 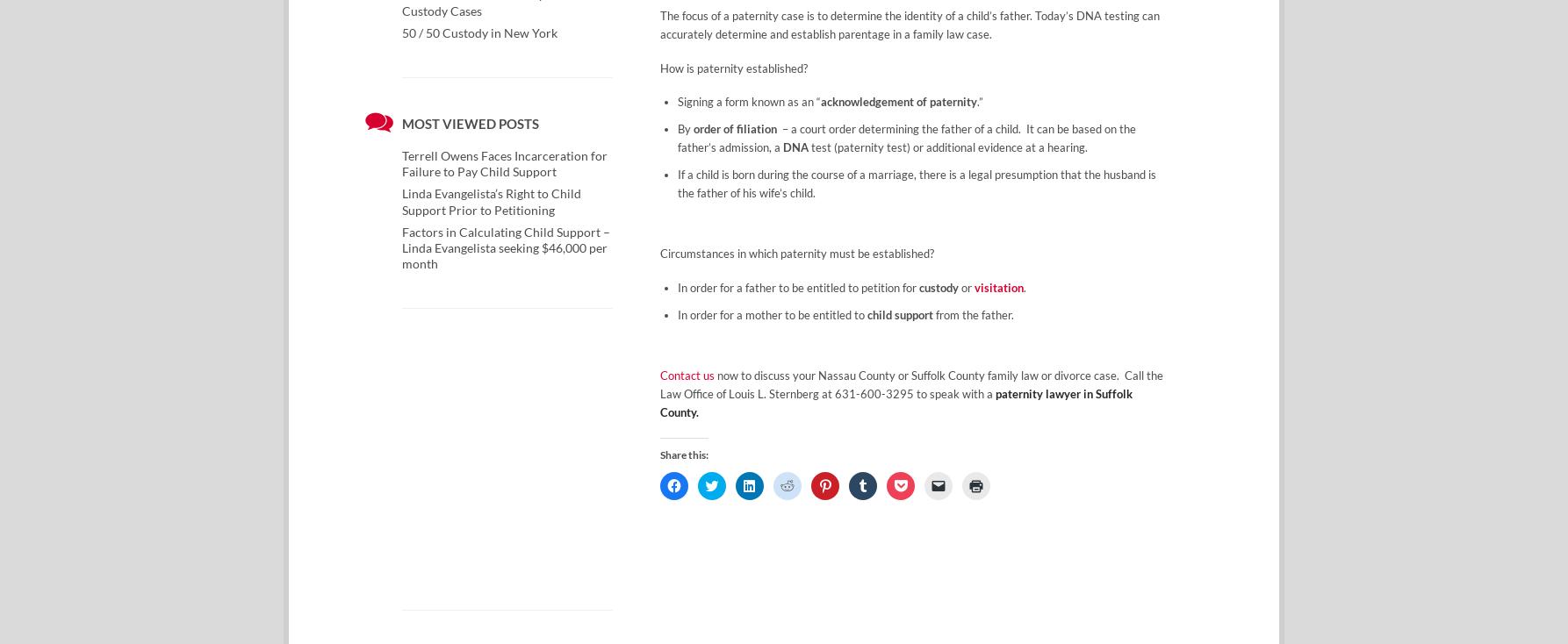 I want to click on 'Contact us', so click(x=686, y=374).